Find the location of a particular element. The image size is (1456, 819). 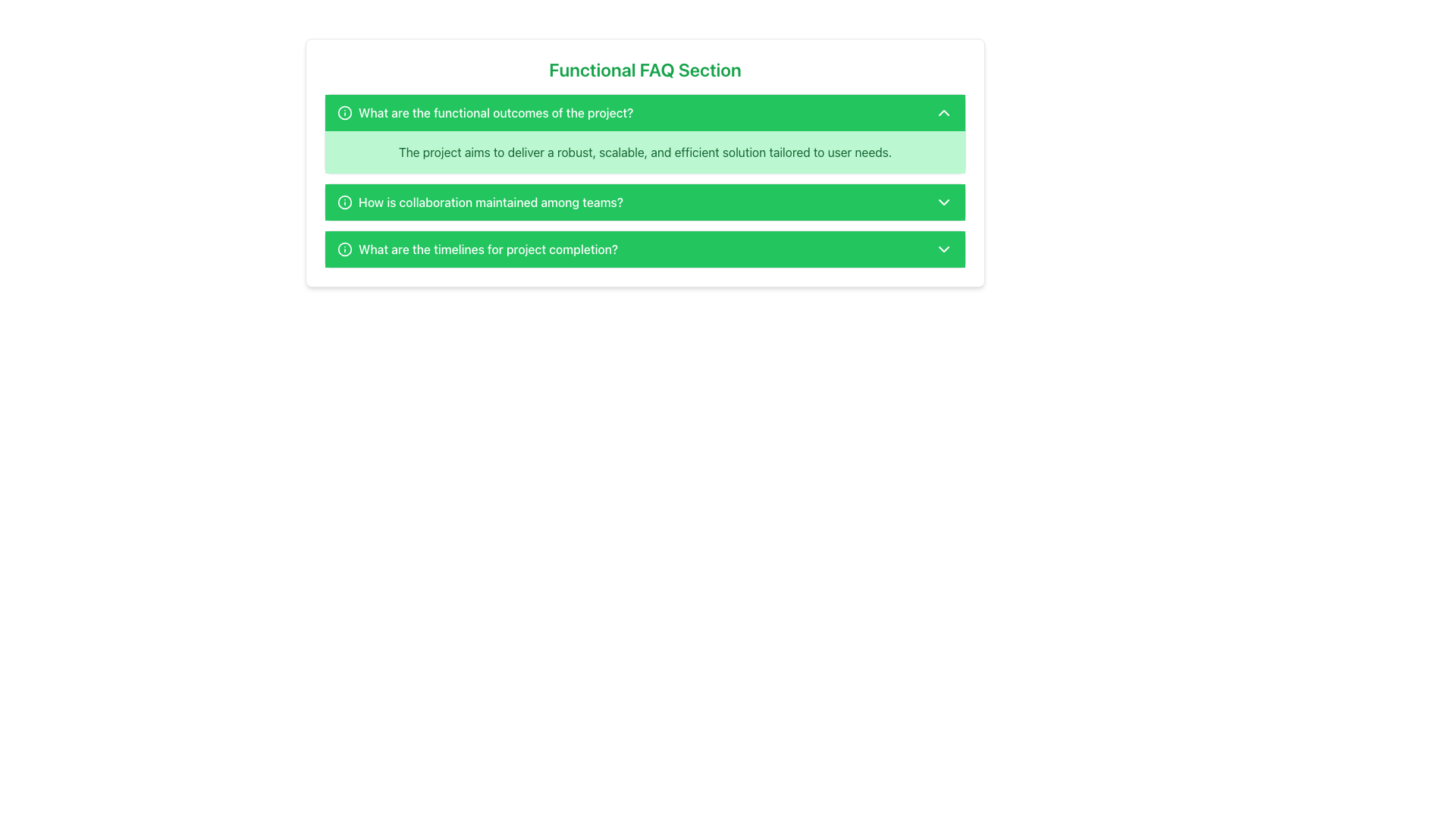

the text question 'What are the functional outcomes of the project?' which is displayed prominently in white on a green background in the FAQ section for additional information is located at coordinates (485, 112).